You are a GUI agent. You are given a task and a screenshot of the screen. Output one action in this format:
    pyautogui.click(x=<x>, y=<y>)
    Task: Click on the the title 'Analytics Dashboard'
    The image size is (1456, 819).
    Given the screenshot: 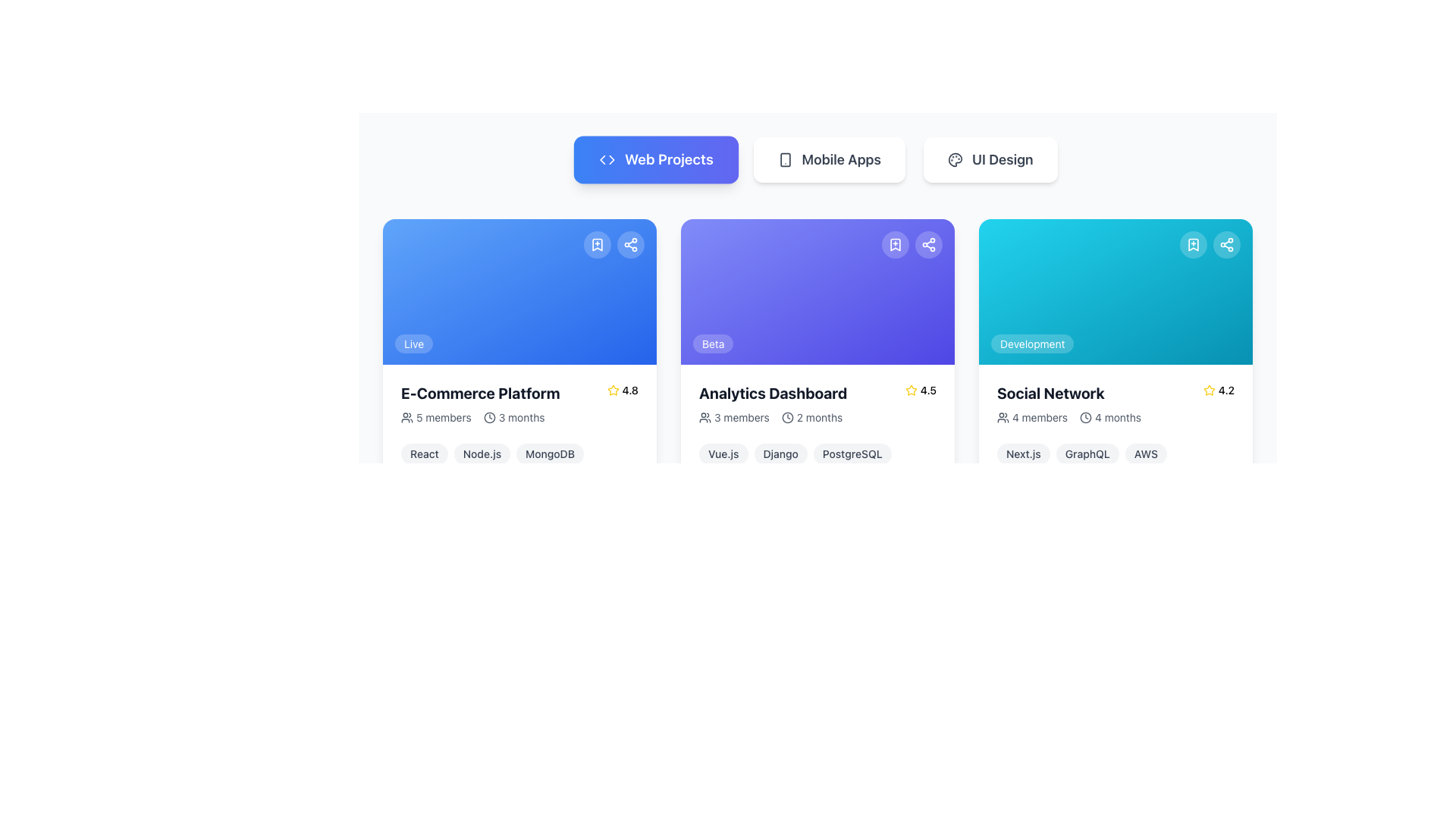 What is the action you would take?
    pyautogui.click(x=817, y=403)
    